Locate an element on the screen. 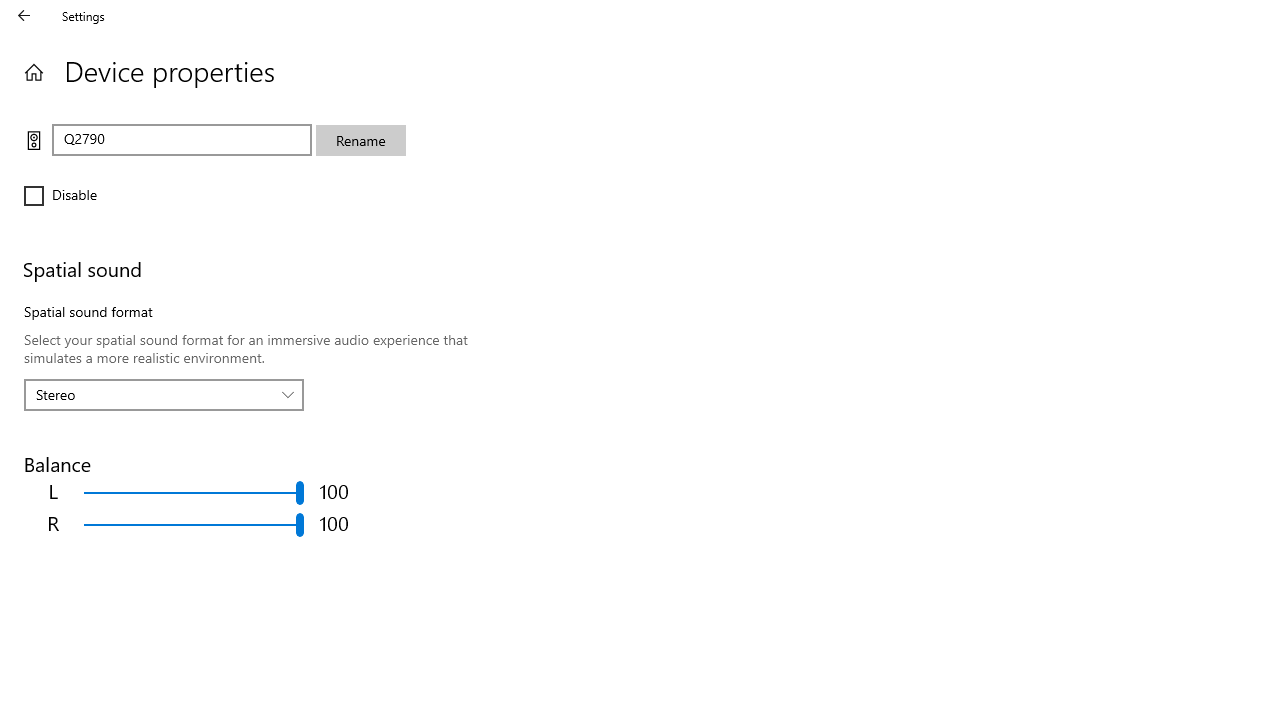 Image resolution: width=1280 pixels, height=720 pixels. 'Back' is located at coordinates (24, 15).